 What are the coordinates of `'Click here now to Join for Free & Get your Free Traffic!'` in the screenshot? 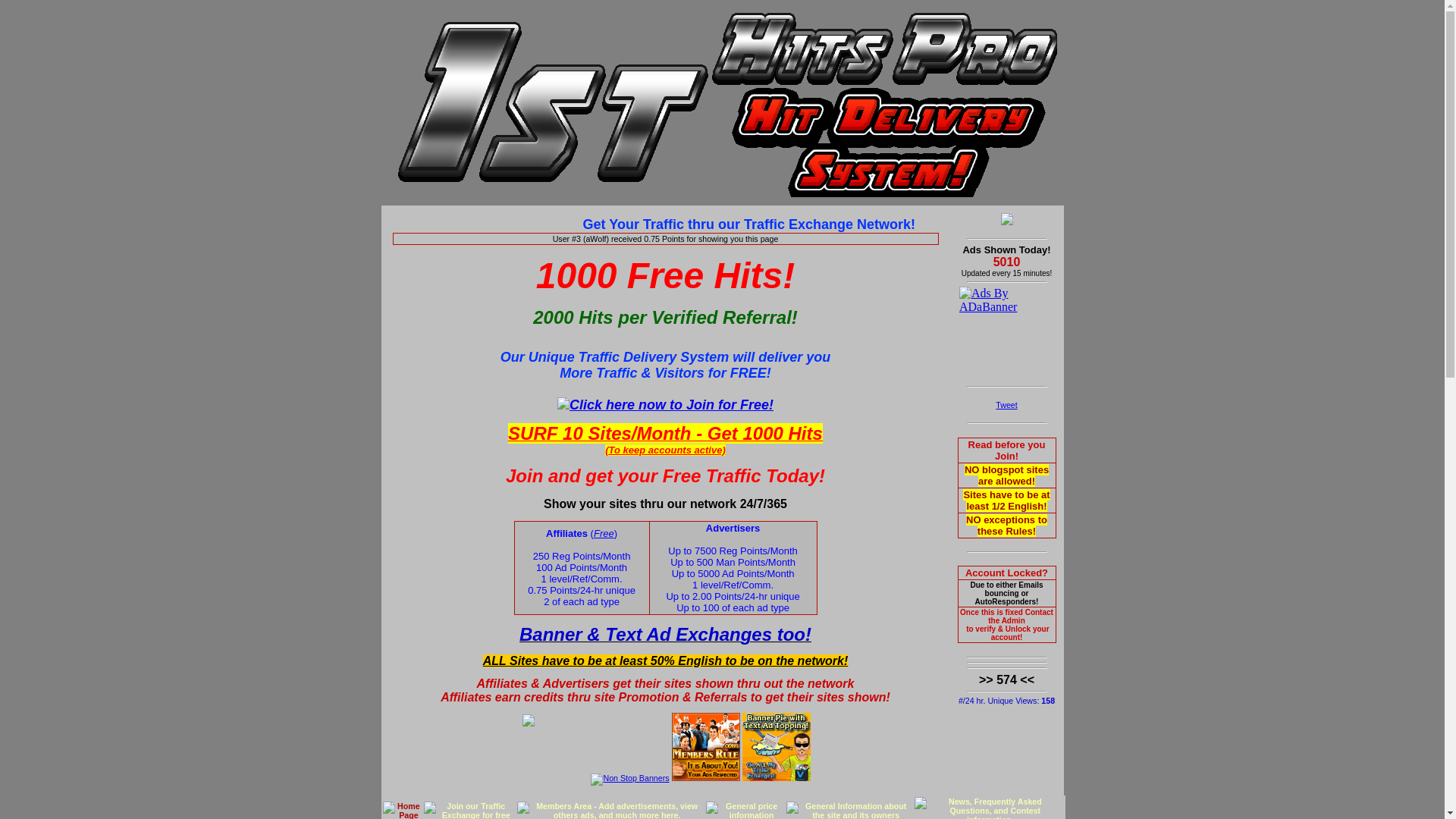 It's located at (665, 403).